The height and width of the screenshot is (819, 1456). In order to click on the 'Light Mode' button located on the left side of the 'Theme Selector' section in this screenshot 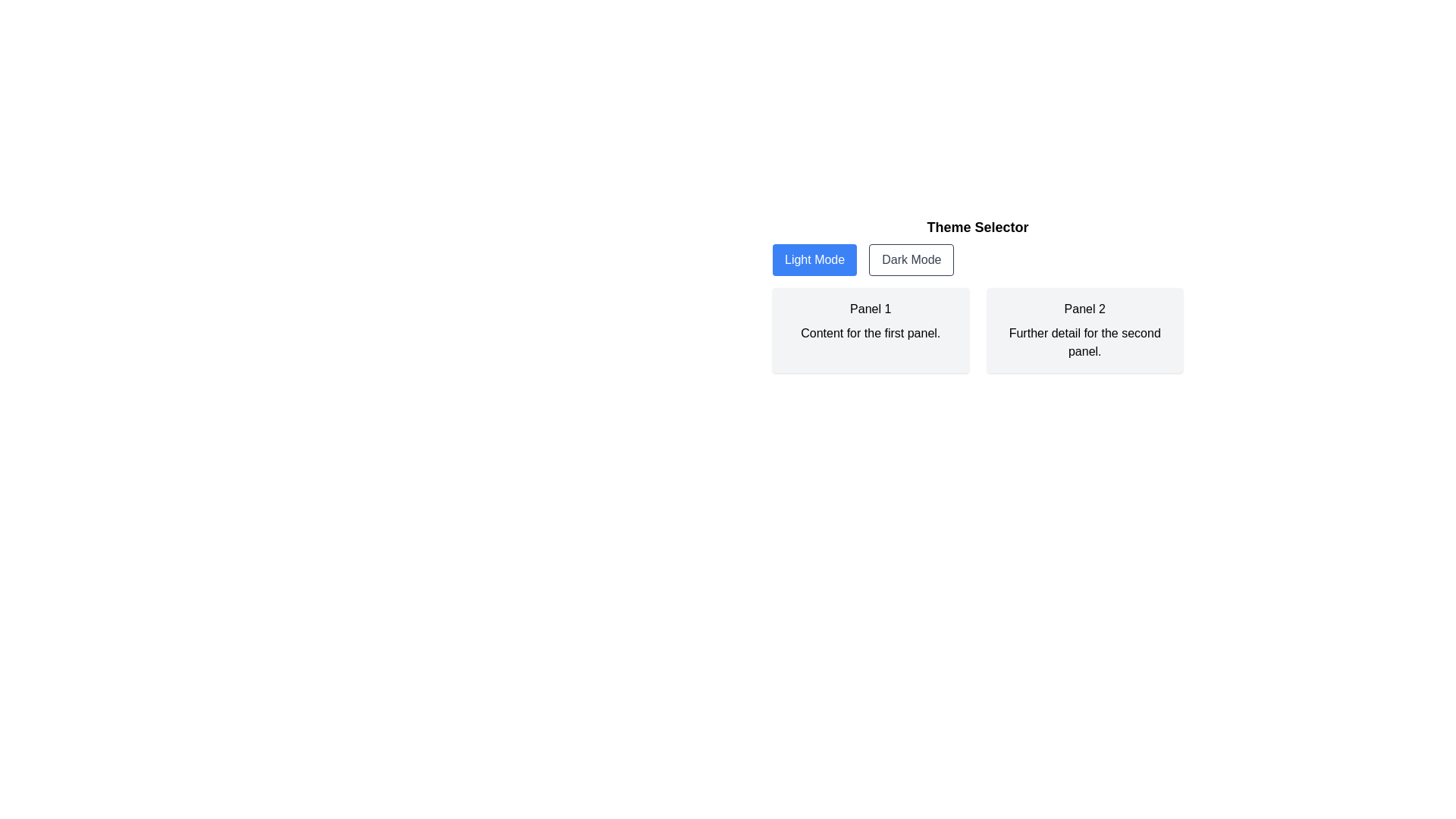, I will do `click(814, 259)`.